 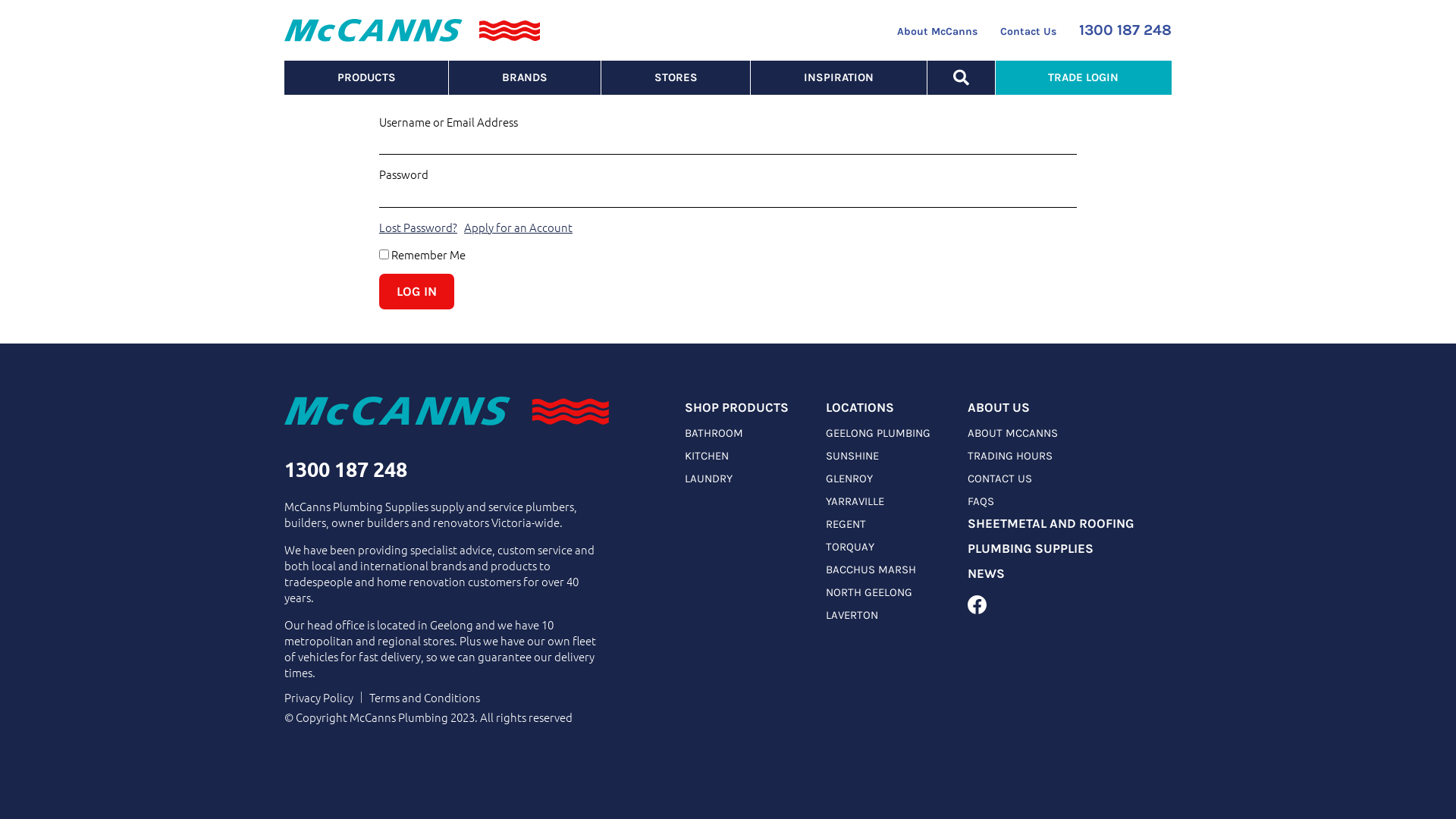 I want to click on 'STORES', so click(x=600, y=77).